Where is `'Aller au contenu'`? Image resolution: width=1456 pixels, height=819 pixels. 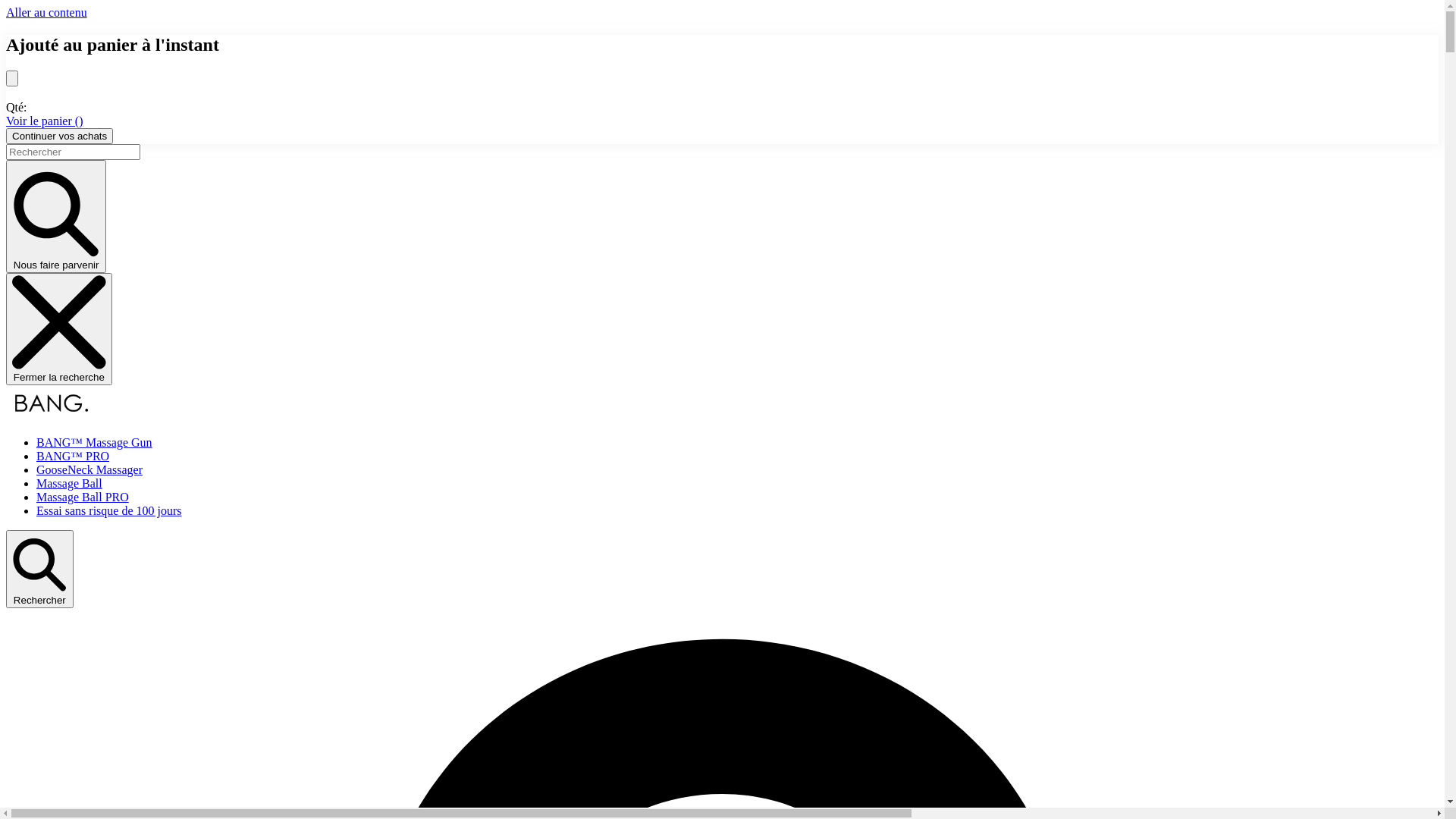
'Aller au contenu' is located at coordinates (46, 12).